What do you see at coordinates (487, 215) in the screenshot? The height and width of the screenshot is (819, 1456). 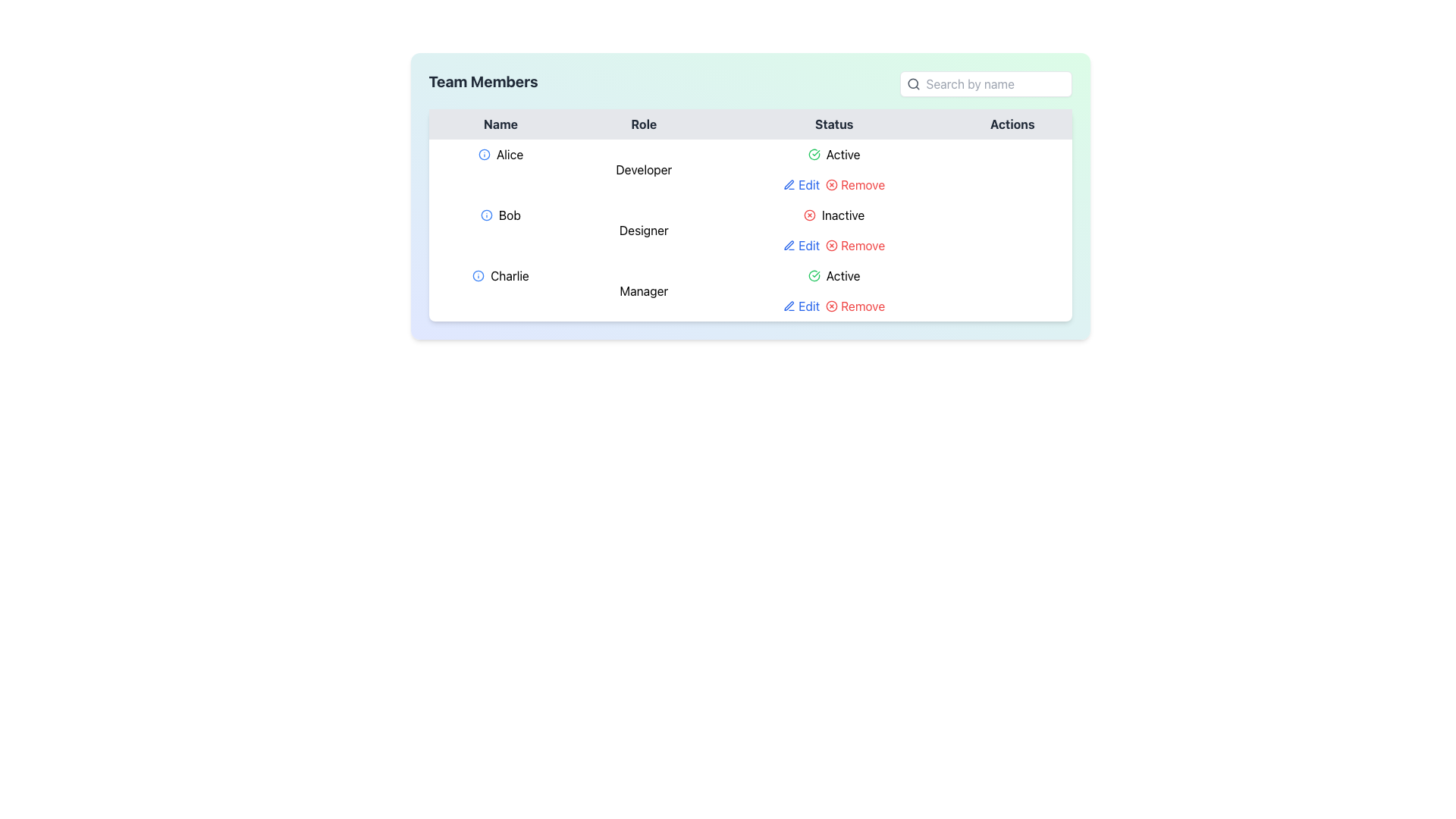 I see `the informational icon associated with the team member named 'Bob'` at bounding box center [487, 215].